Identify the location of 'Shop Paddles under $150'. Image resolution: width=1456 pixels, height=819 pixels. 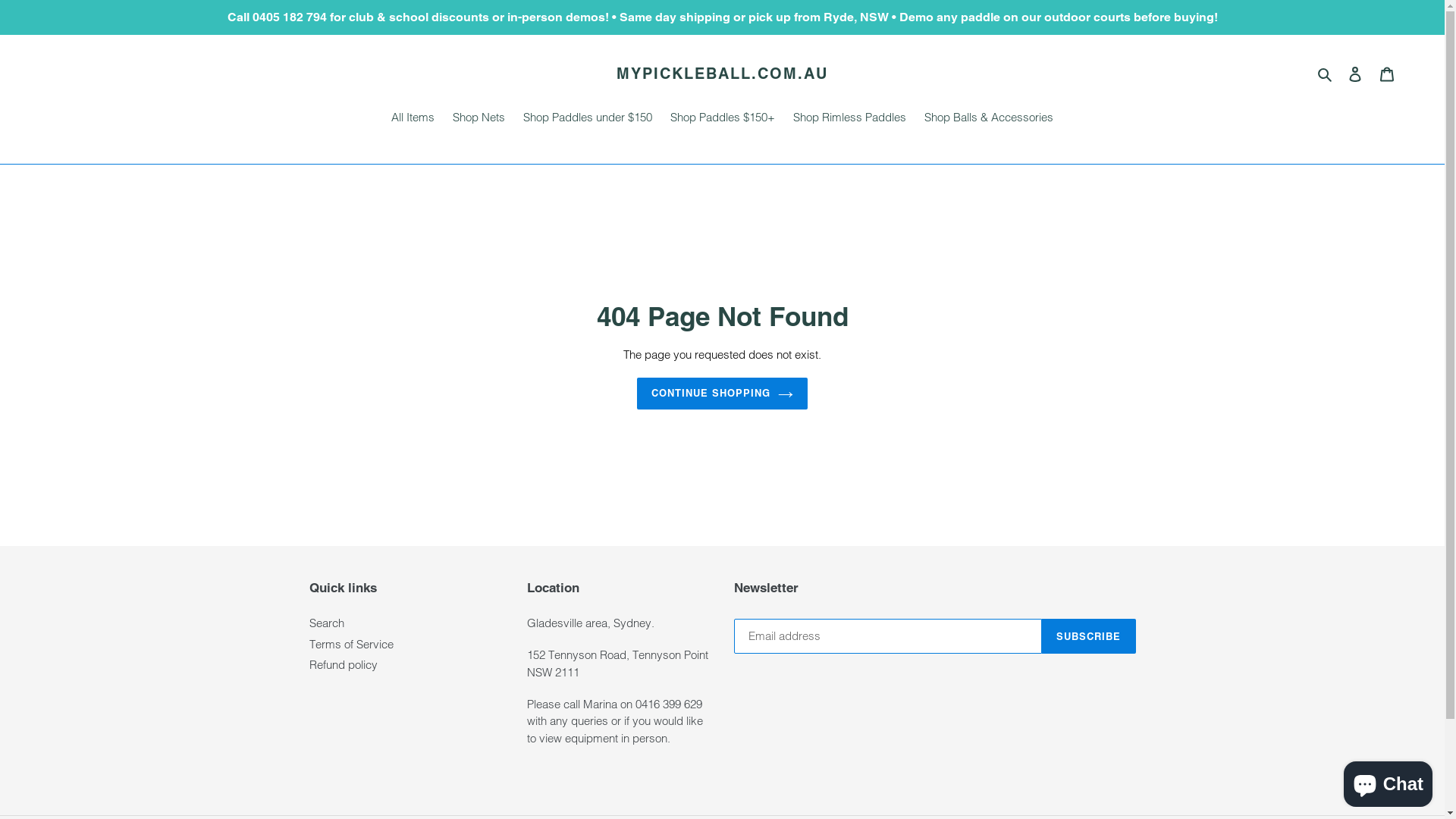
(586, 118).